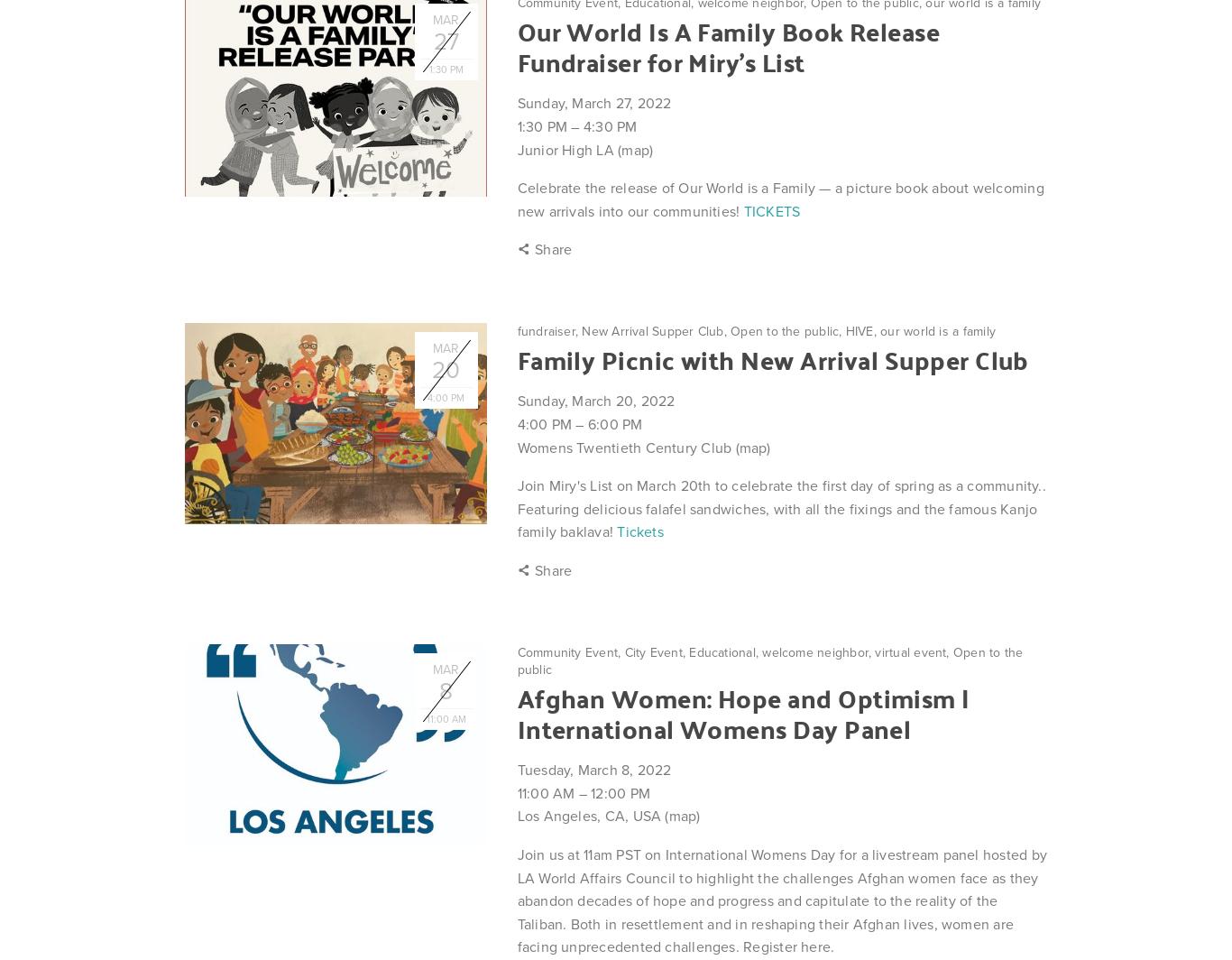 Image resolution: width=1232 pixels, height=960 pixels. Describe the element at coordinates (589, 792) in the screenshot. I see `'12:00 PM'` at that location.